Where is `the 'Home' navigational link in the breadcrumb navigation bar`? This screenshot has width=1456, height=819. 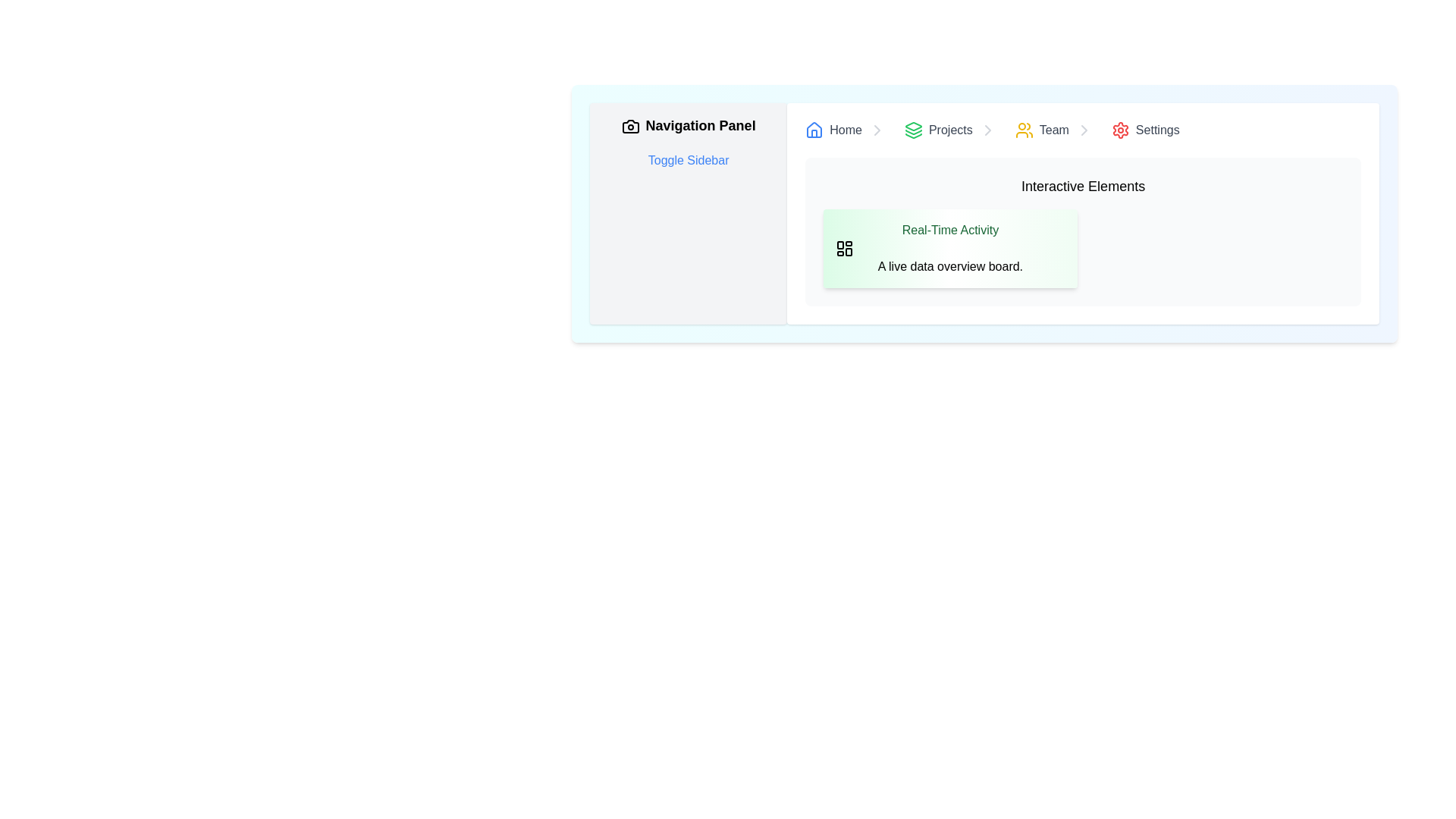
the 'Home' navigational link in the breadcrumb navigation bar is located at coordinates (833, 130).